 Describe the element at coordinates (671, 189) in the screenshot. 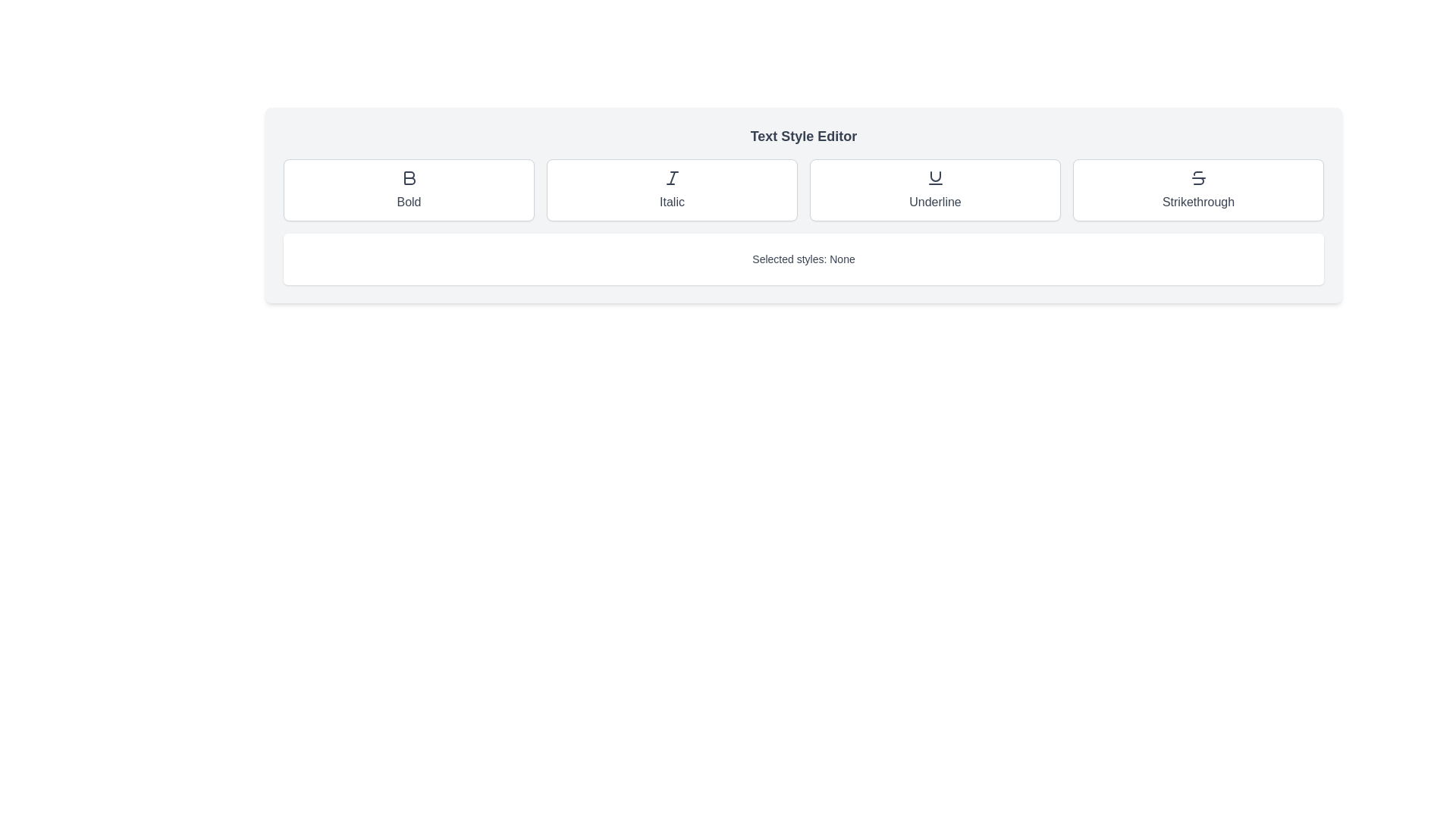

I see `the rectangular button labeled 'Italic' with an icon resembling an italicized 'I'` at that location.